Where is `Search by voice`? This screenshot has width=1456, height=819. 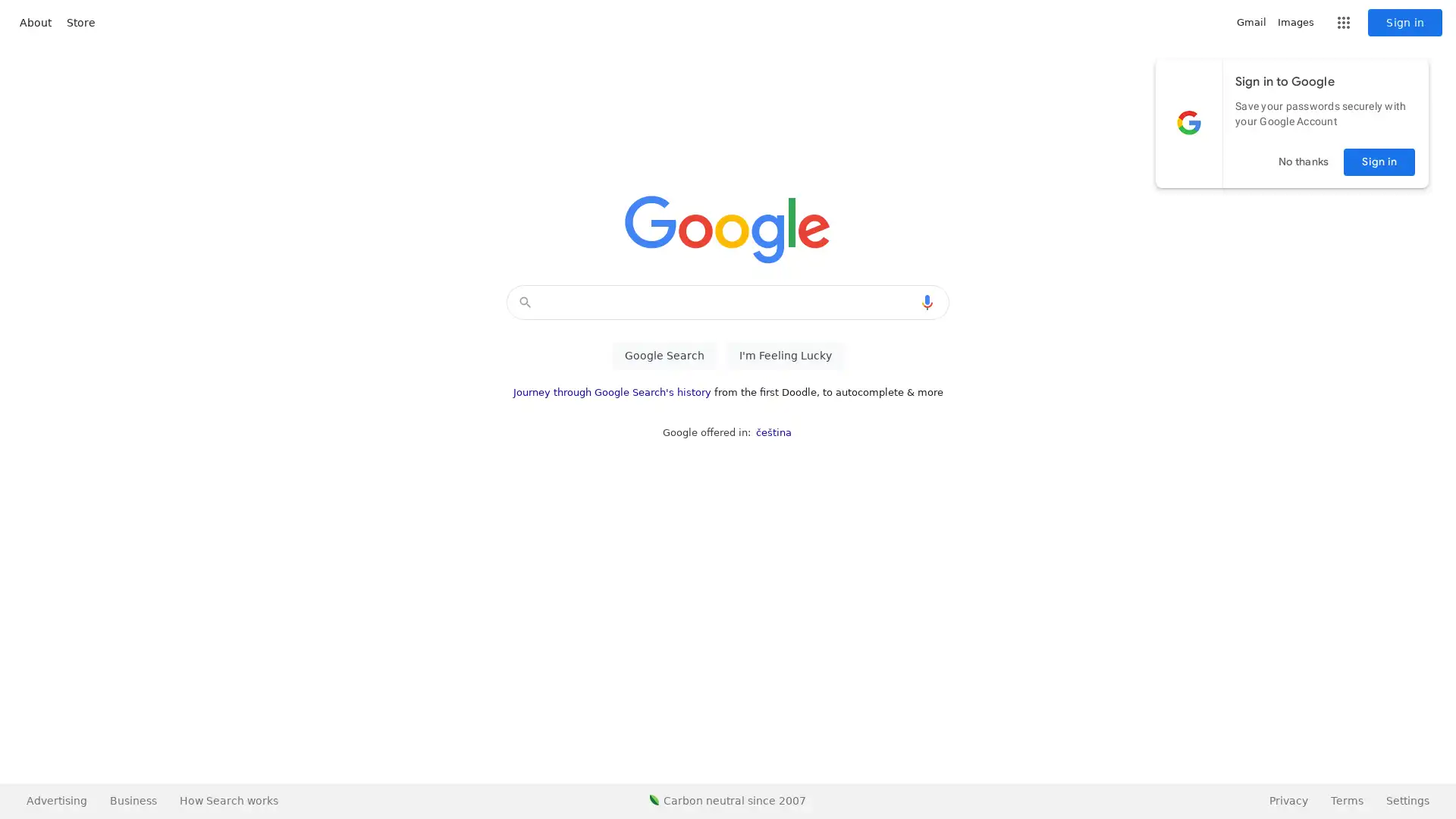
Search by voice is located at coordinates (927, 302).